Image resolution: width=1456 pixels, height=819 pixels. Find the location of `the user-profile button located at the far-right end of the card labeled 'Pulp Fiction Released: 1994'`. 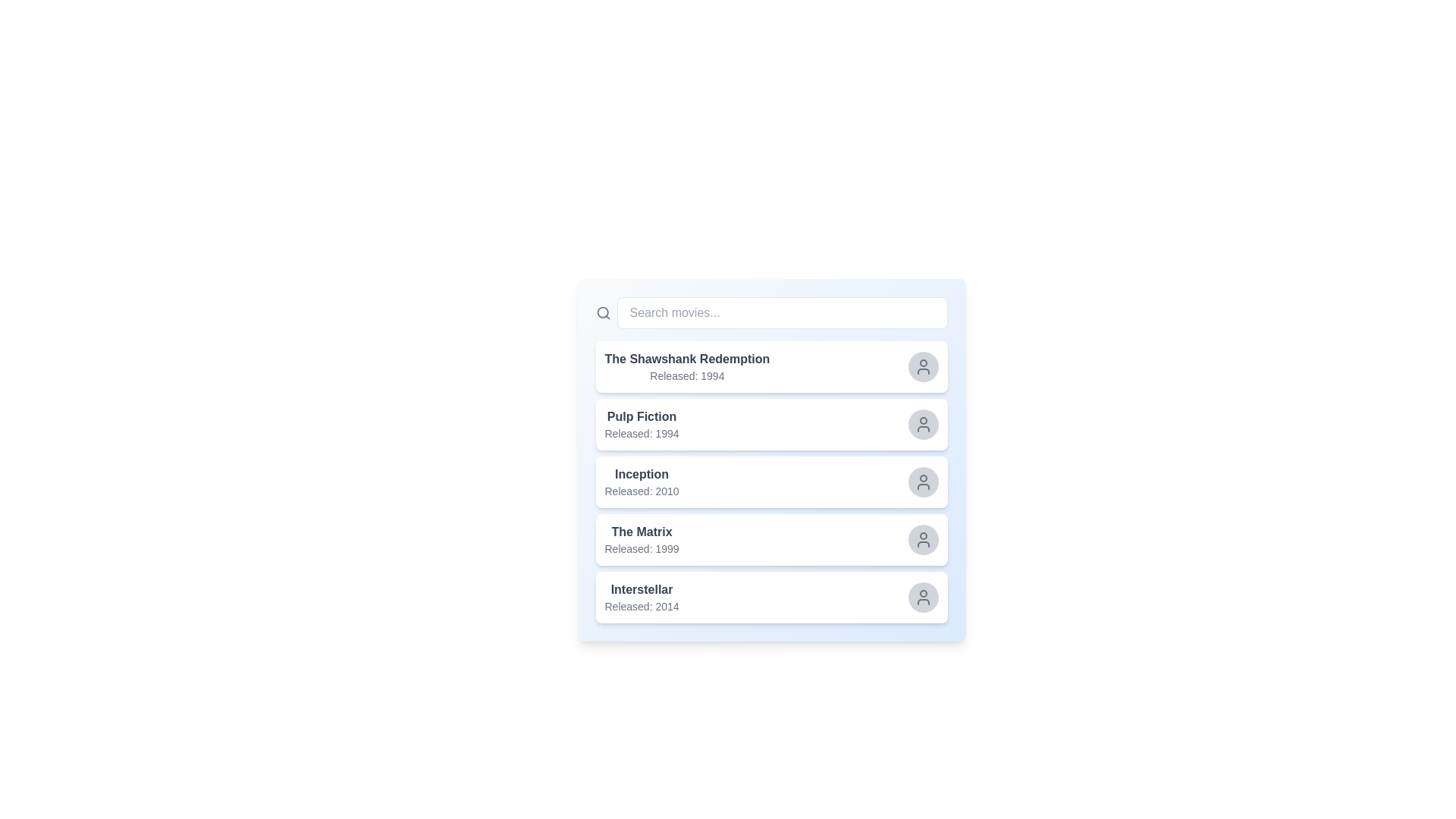

the user-profile button located at the far-right end of the card labeled 'Pulp Fiction Released: 1994' is located at coordinates (922, 424).